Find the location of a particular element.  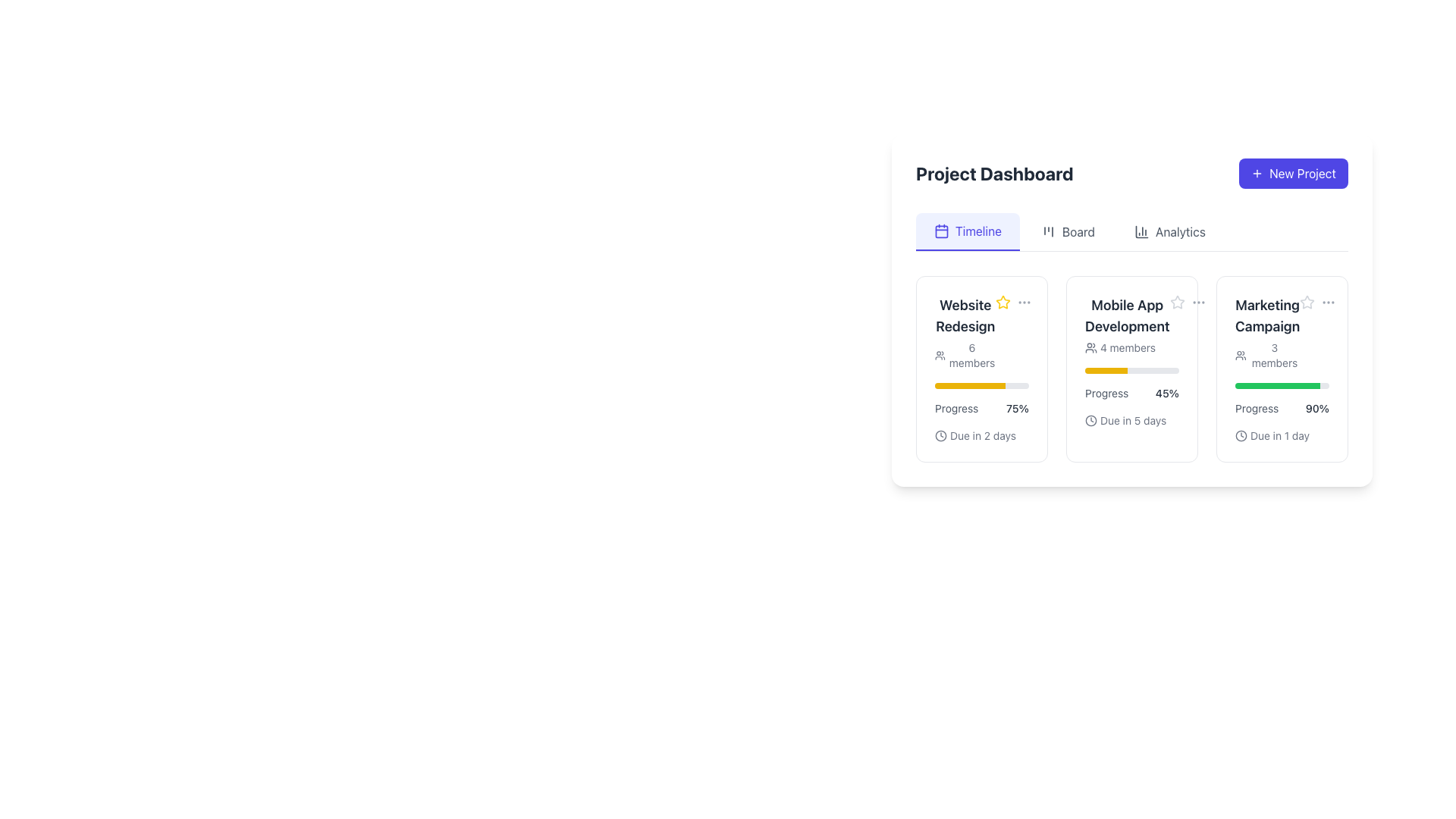

the SVG icon representing a kanban board layout is located at coordinates (1047, 231).